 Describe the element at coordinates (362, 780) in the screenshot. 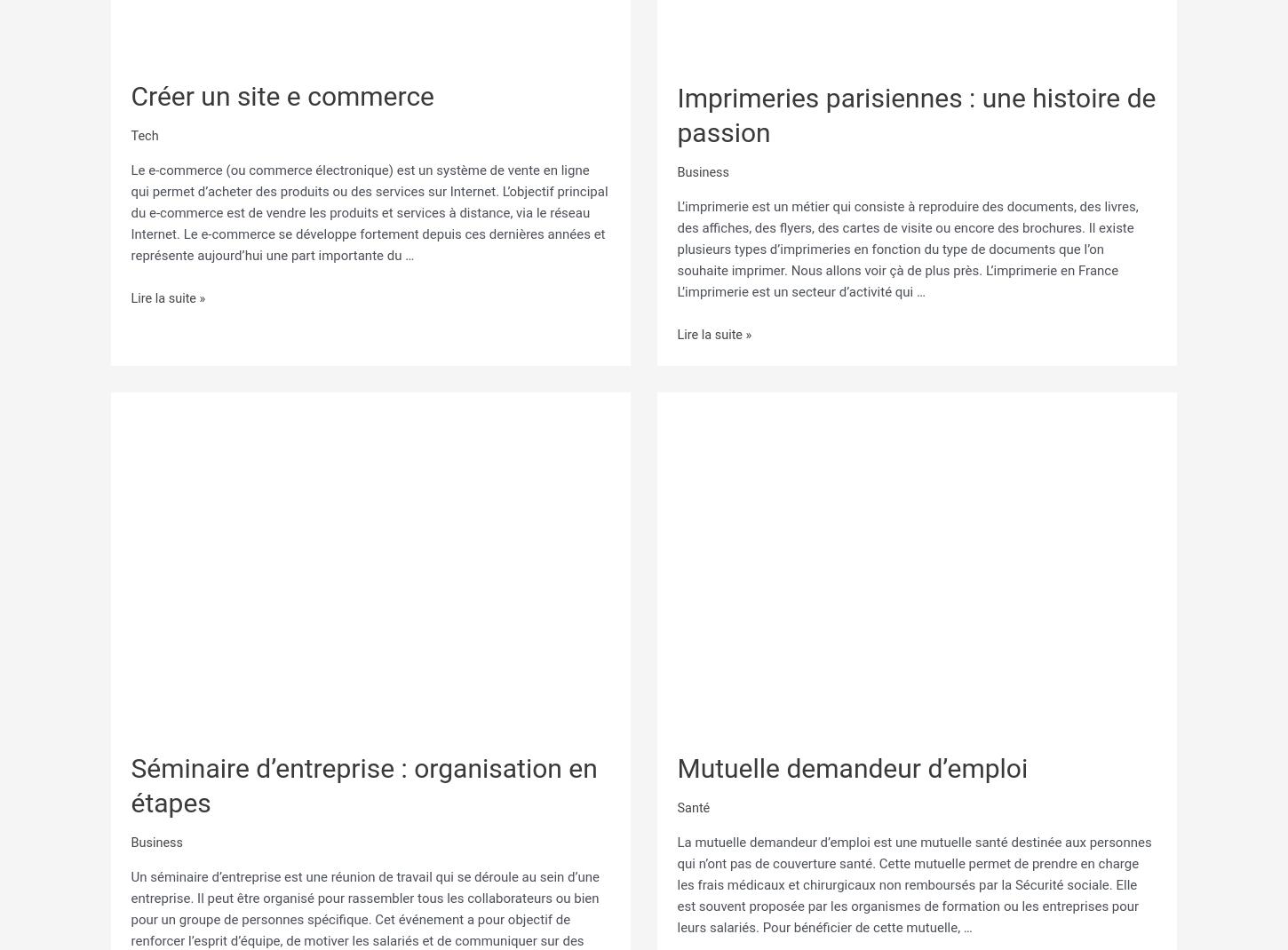

I see `'Séminaire d’entreprise : organisation en étapes'` at that location.